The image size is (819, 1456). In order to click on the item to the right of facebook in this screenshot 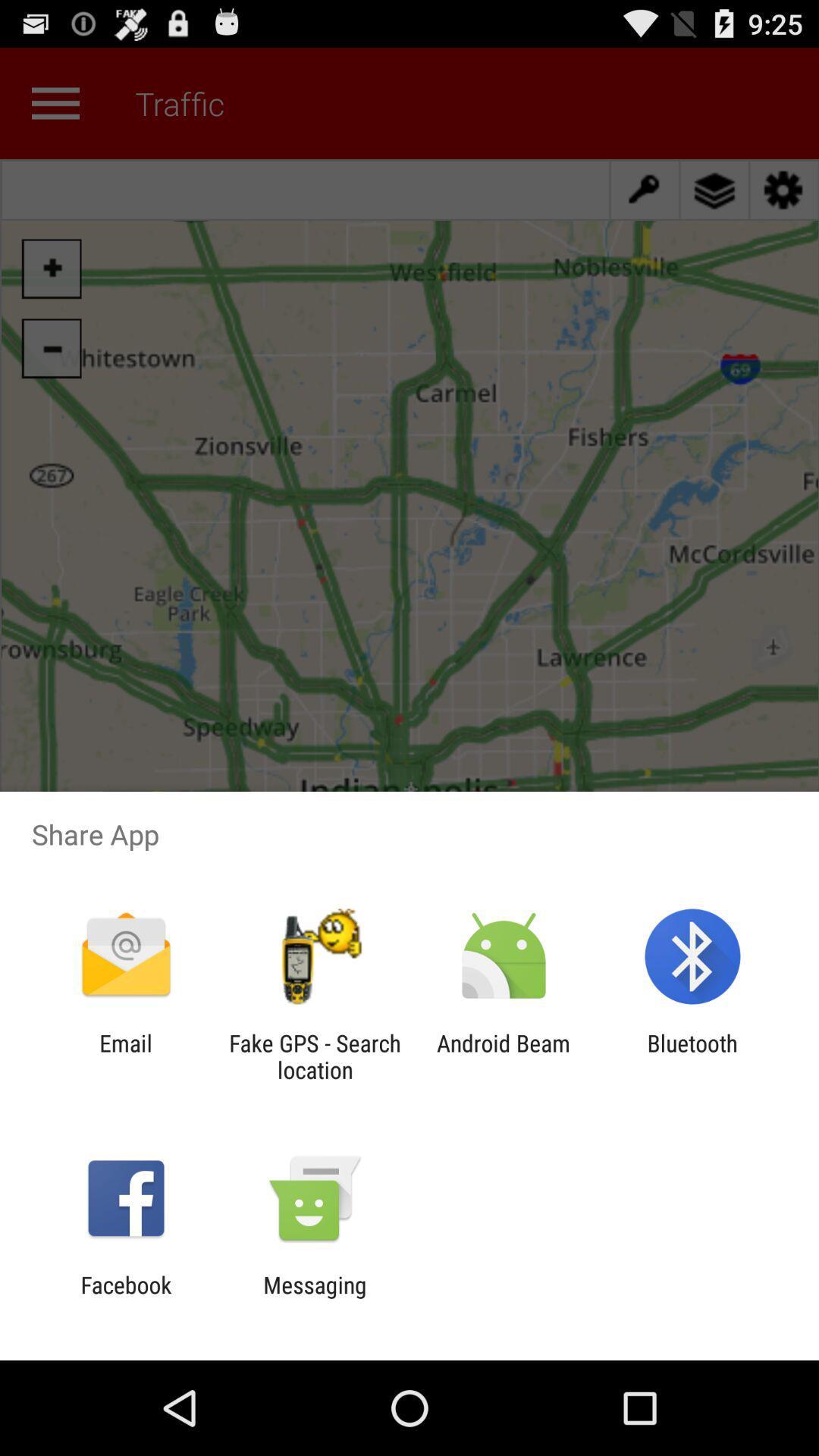, I will do `click(314, 1298)`.